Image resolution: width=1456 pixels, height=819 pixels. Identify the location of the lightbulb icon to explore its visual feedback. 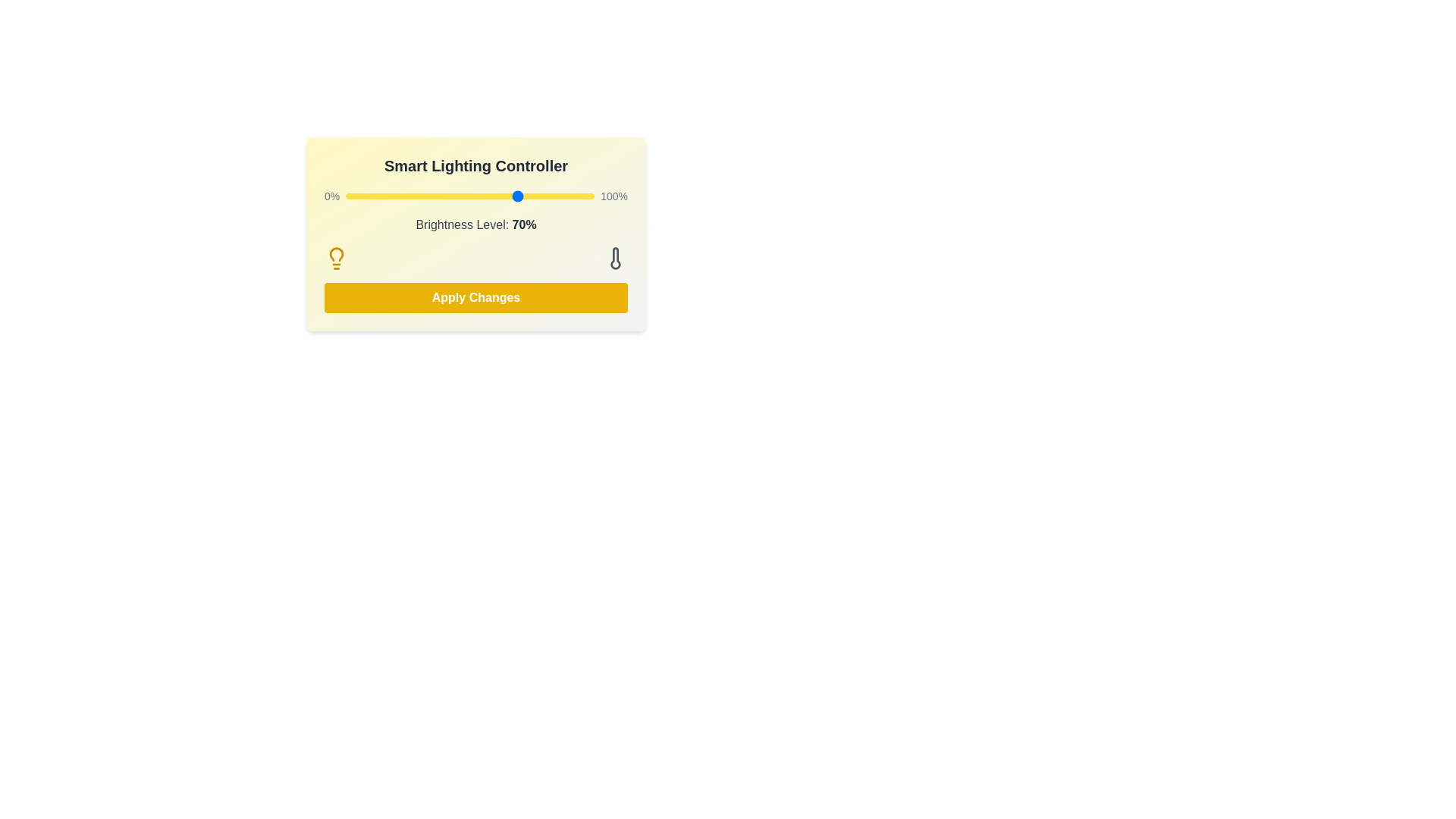
(336, 257).